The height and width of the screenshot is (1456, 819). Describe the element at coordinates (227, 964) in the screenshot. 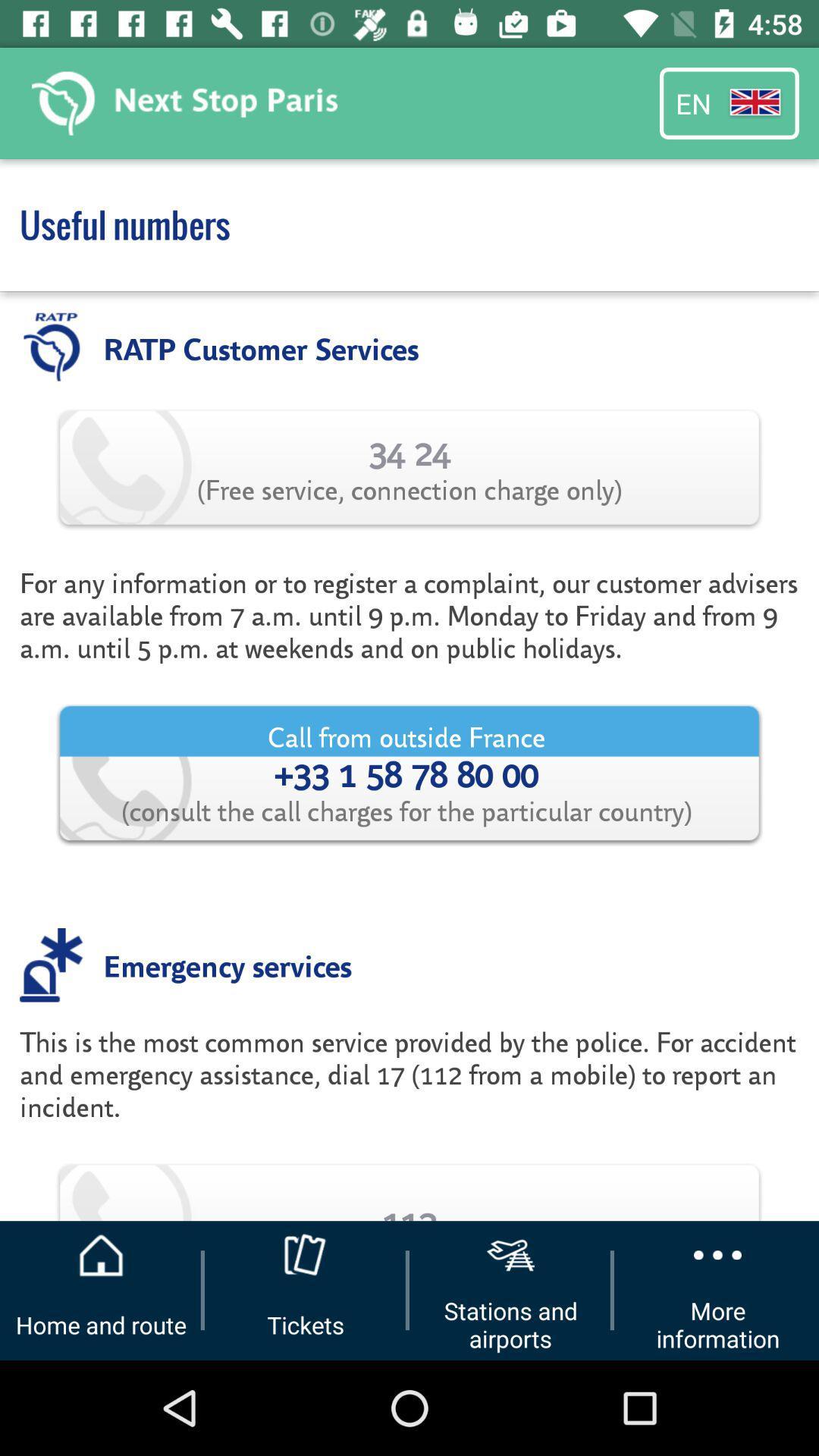

I see `icon above this is the icon` at that location.